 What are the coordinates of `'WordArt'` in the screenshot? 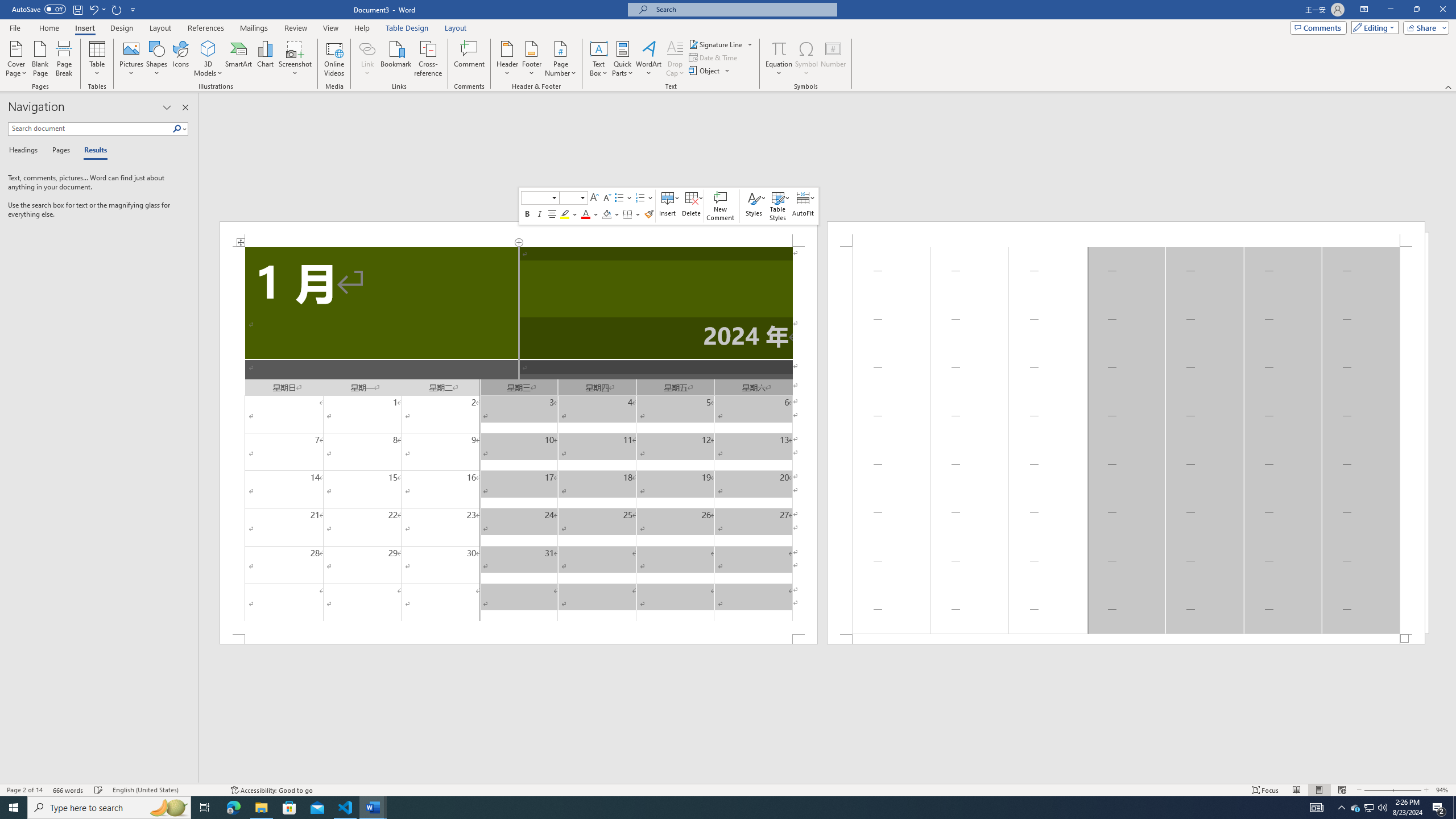 It's located at (648, 59).